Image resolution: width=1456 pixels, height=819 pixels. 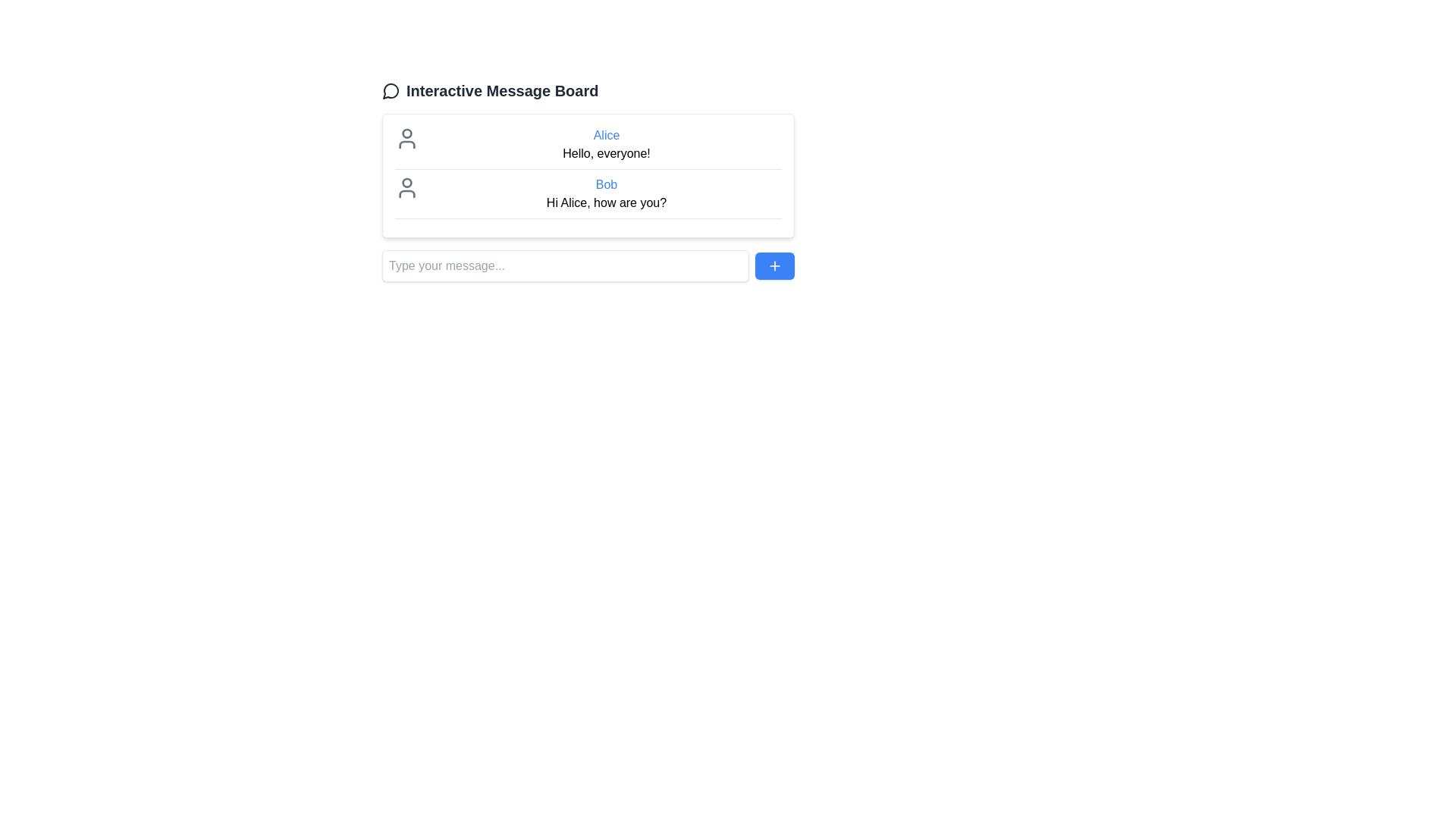 What do you see at coordinates (391, 91) in the screenshot?
I see `the decorative icon within the SVG located to the left of the 'Interactive Message Board' text in the title bar` at bounding box center [391, 91].